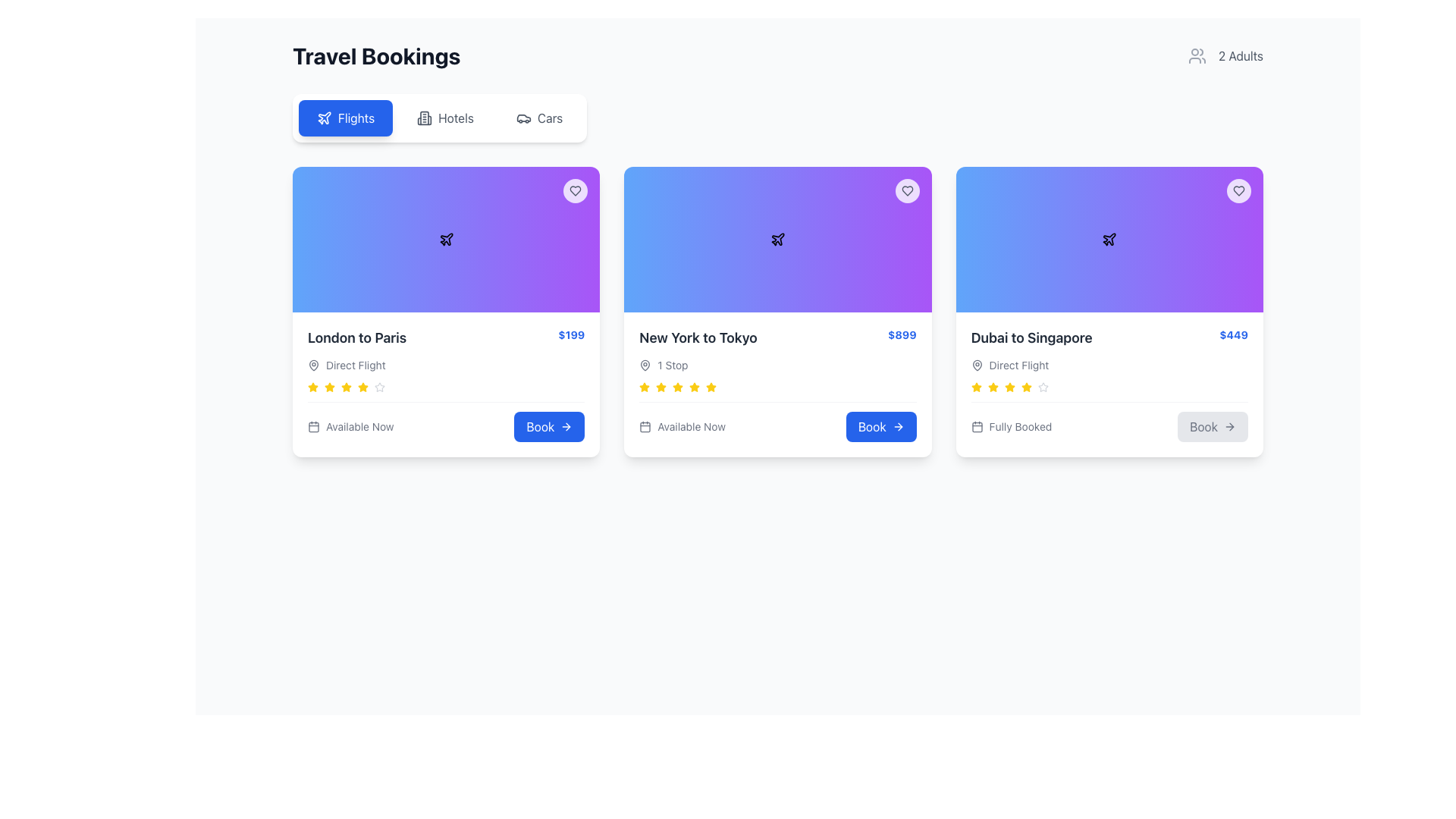 The width and height of the screenshot is (1456, 819). Describe the element at coordinates (872, 427) in the screenshot. I see `text label of the 'Book' button located at the bottom-right corner of the card titled 'New York to Tokyo', which indicates functionality to proceed with a booking` at that location.